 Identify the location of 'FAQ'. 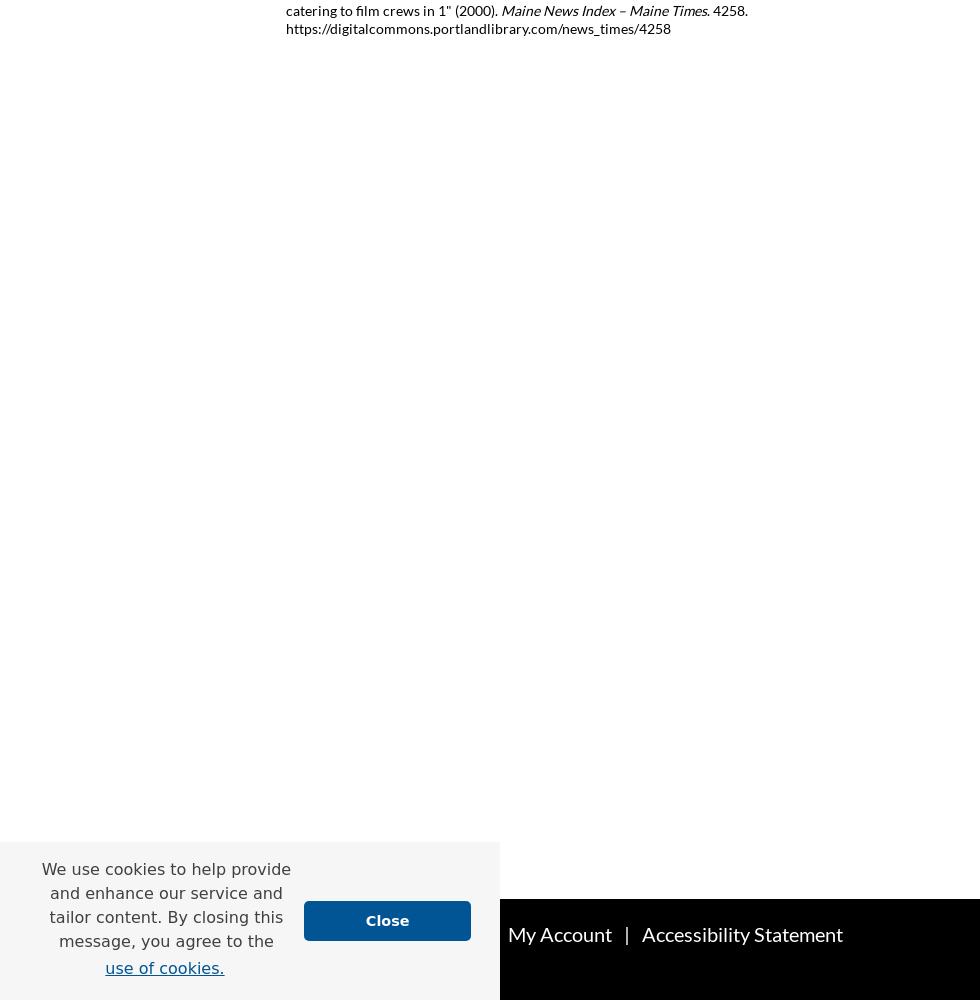
(457, 934).